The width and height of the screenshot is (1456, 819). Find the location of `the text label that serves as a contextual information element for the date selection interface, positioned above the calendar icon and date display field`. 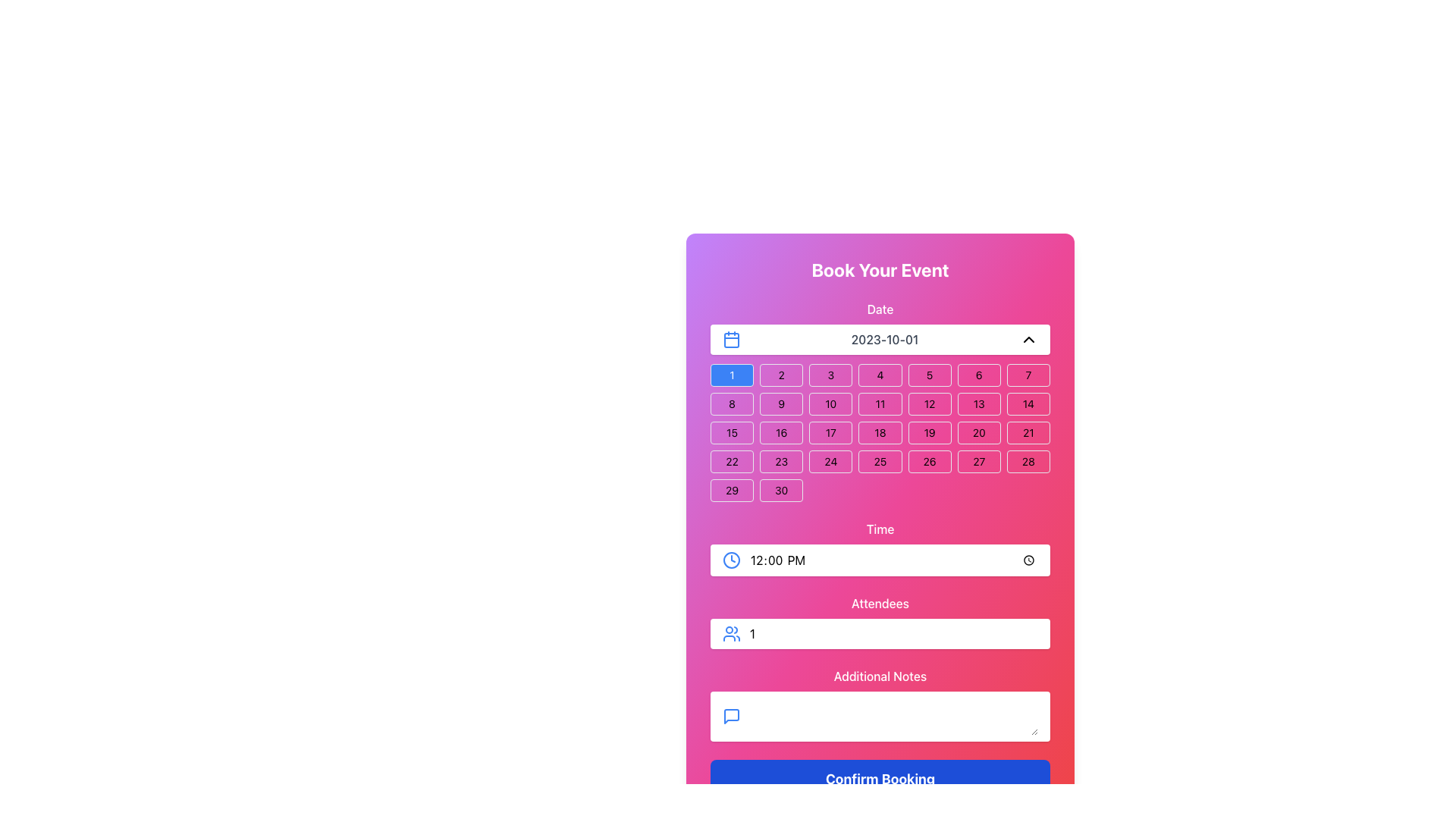

the text label that serves as a contextual information element for the date selection interface, positioned above the calendar icon and date display field is located at coordinates (880, 309).